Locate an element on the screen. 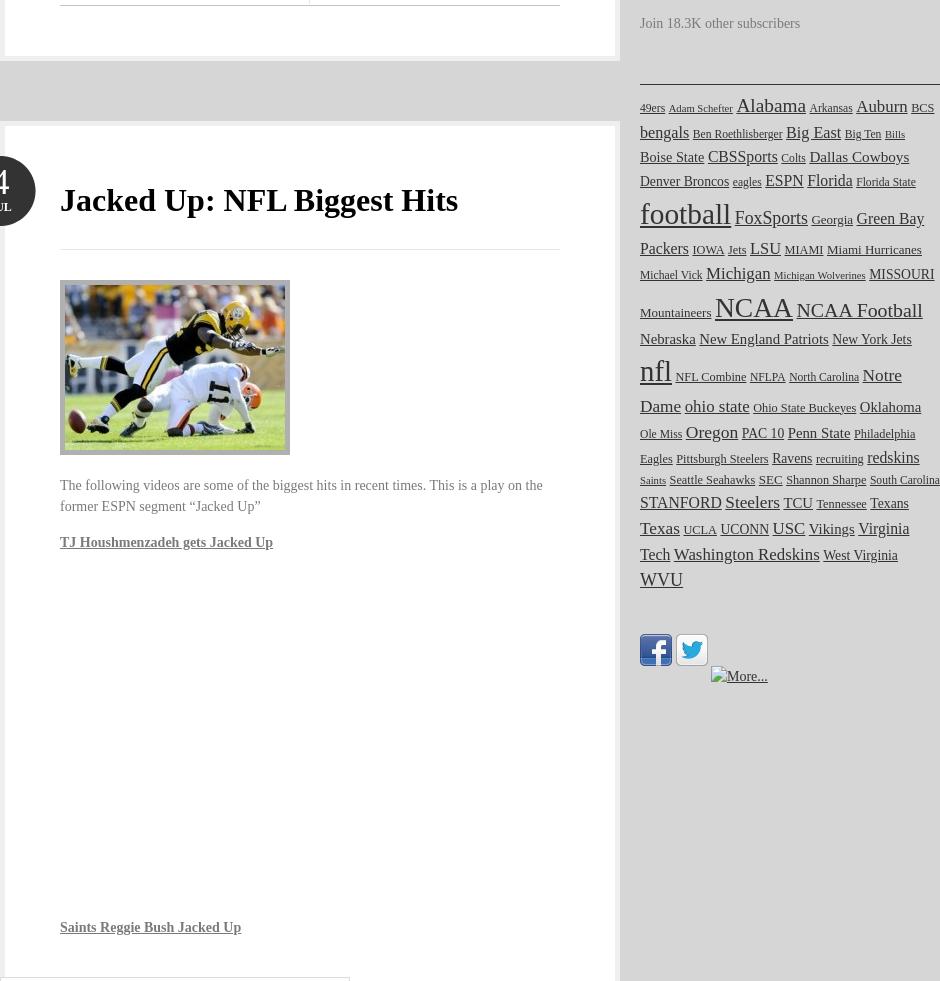 This screenshot has height=981, width=940. 'MIAMI' is located at coordinates (803, 247).